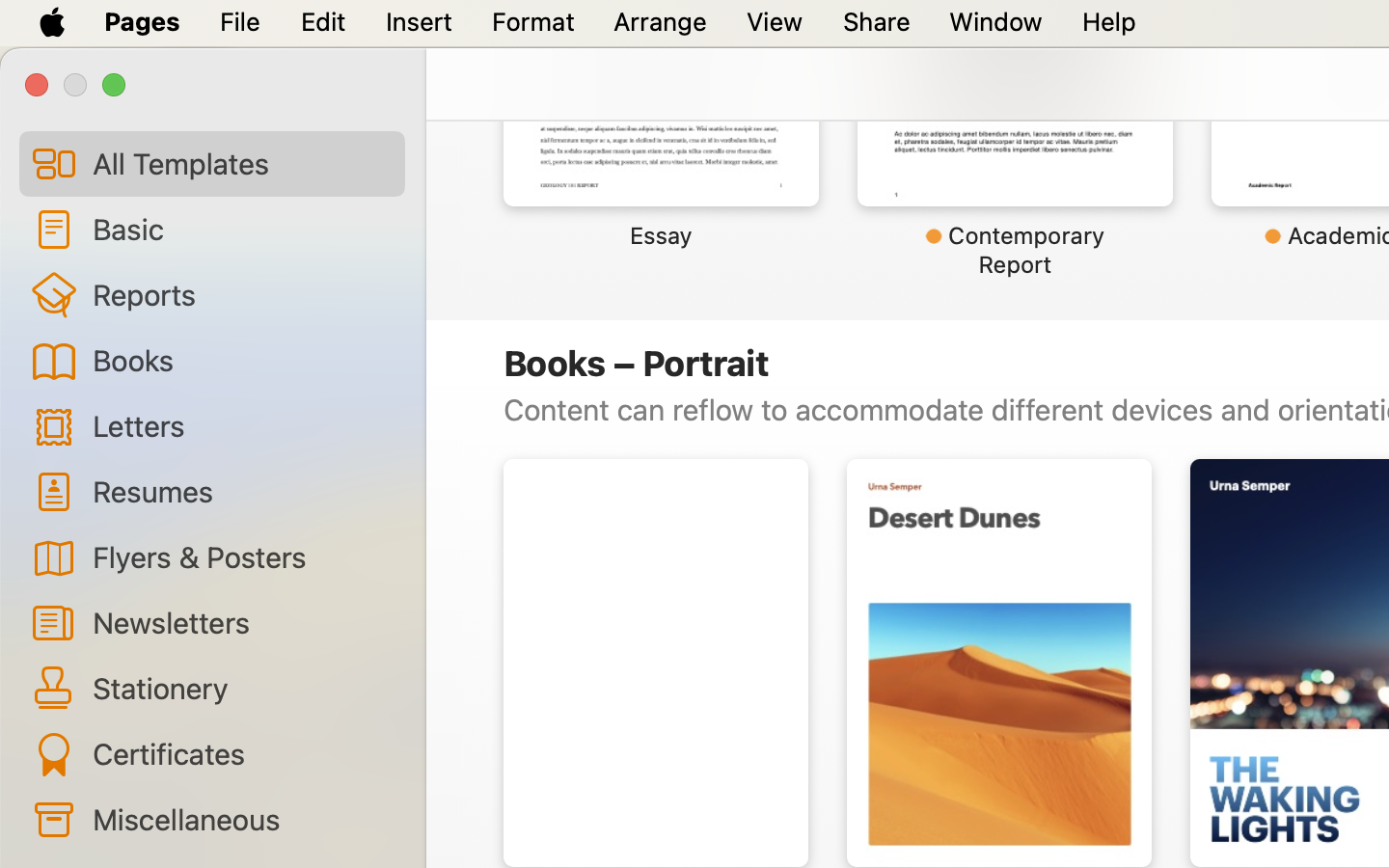 The image size is (1389, 868). What do you see at coordinates (239, 227) in the screenshot?
I see `'Basic'` at bounding box center [239, 227].